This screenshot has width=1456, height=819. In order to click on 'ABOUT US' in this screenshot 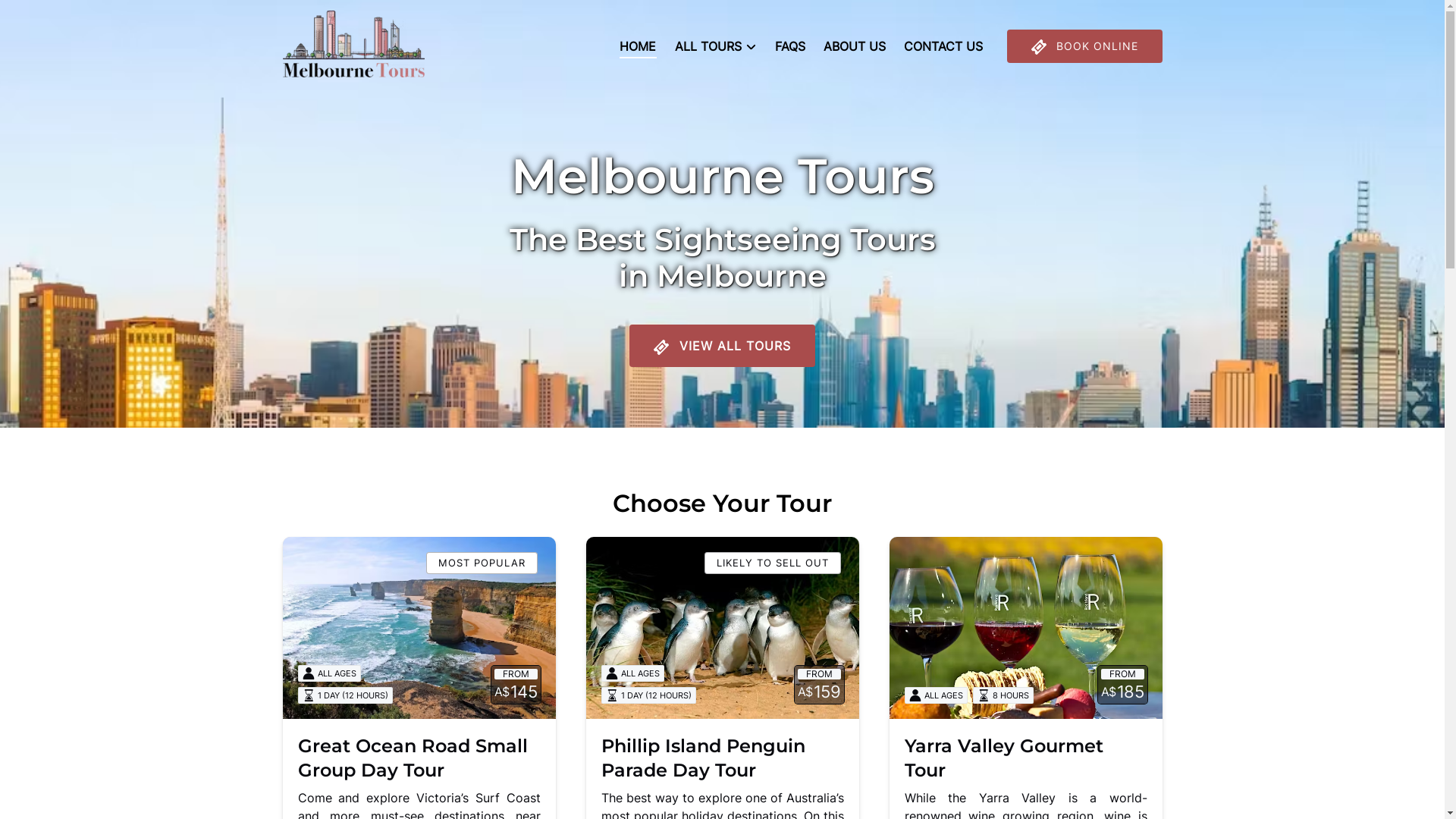, I will do `click(855, 45)`.